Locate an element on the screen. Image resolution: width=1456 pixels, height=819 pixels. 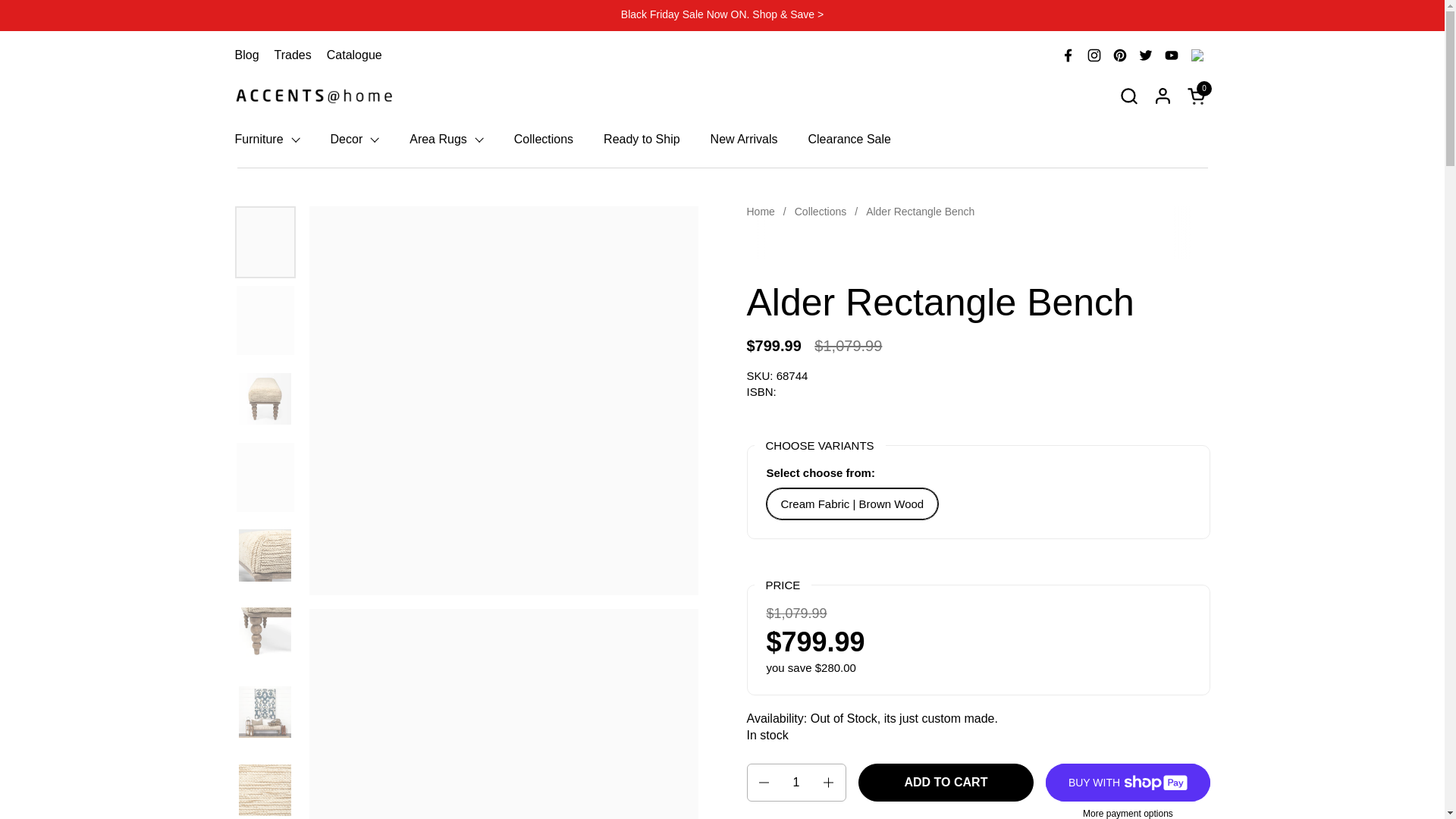
'Twitter' is located at coordinates (1132, 55).